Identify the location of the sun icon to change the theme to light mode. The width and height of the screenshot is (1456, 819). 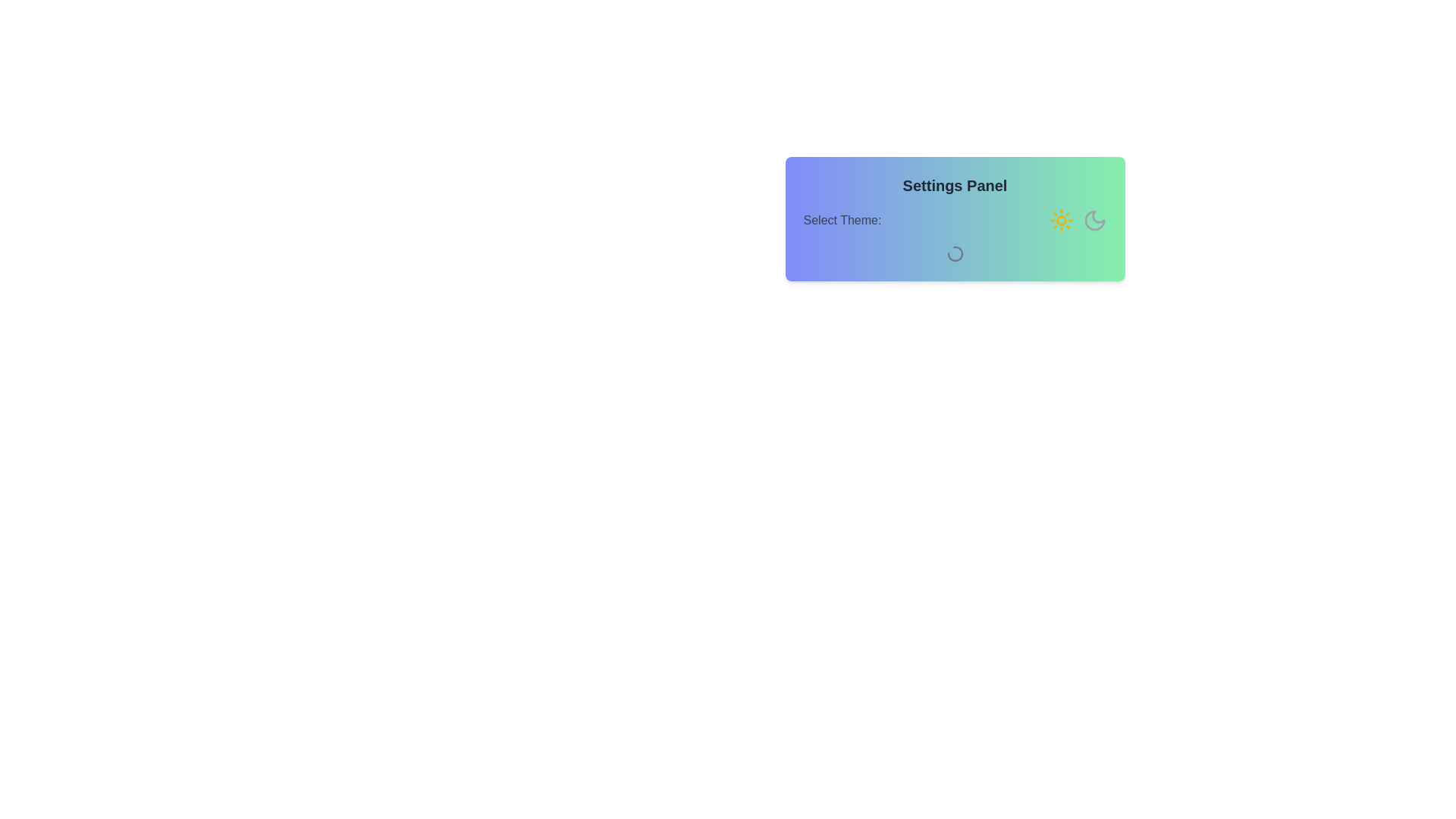
(1060, 220).